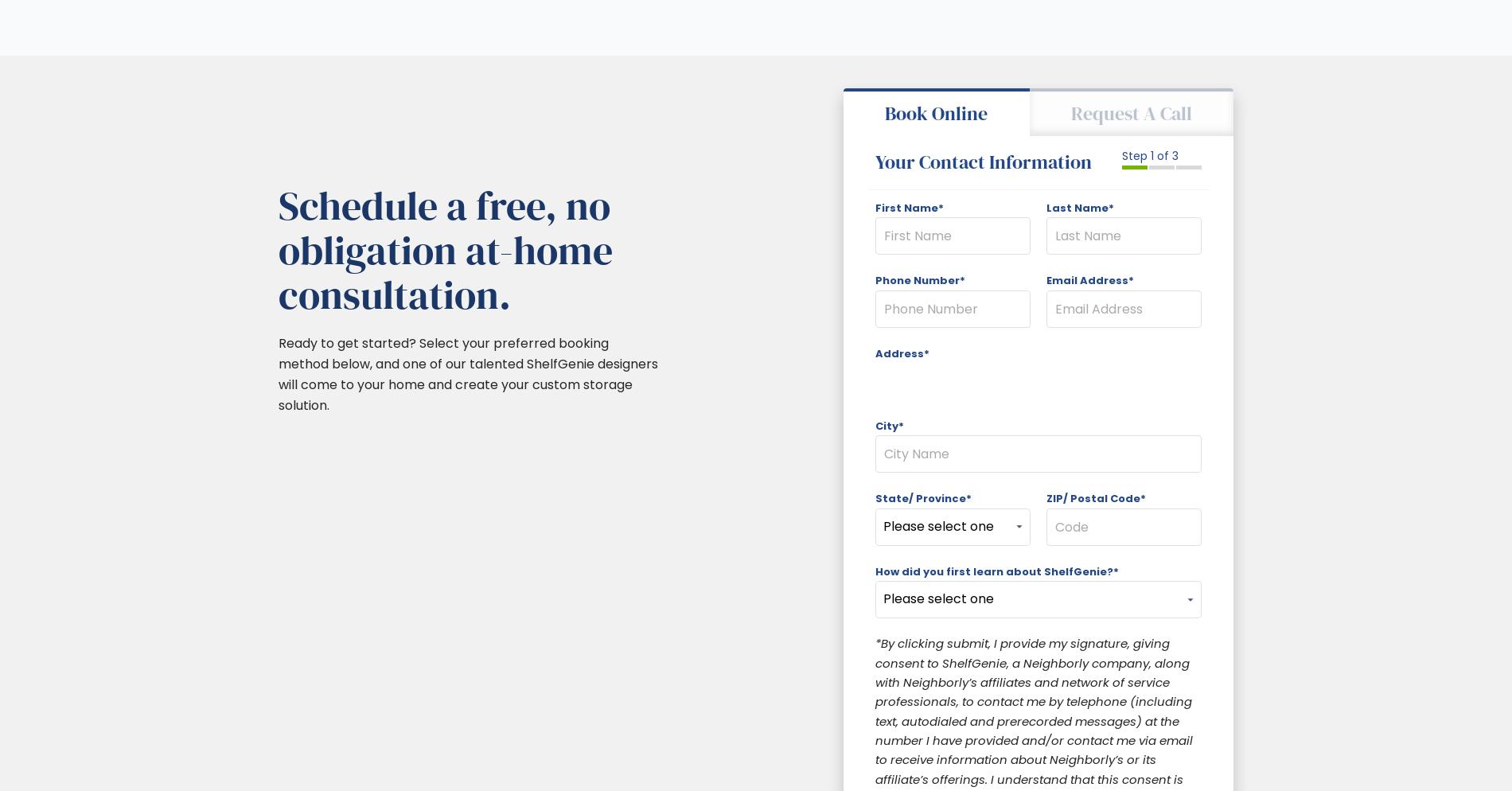 The width and height of the screenshot is (1512, 791). What do you see at coordinates (1166, 155) in the screenshot?
I see `'of 3'` at bounding box center [1166, 155].